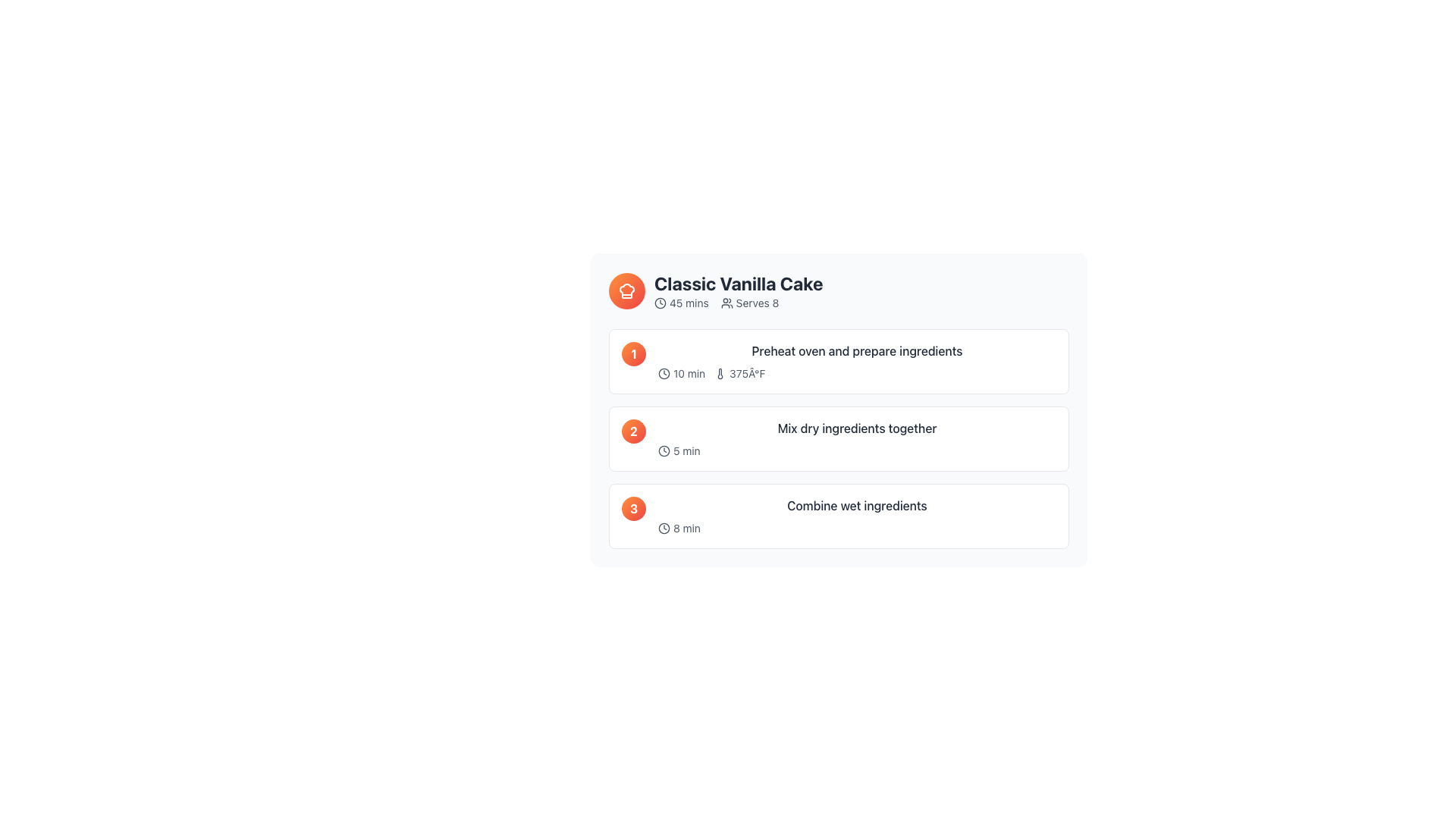 This screenshot has height=819, width=1456. What do you see at coordinates (679, 528) in the screenshot?
I see `displayed time duration from the icon with text label located in the third instruction card below 'Combine wet ingredients', positioned in the top-left region of this card, below the numeral '3'` at bounding box center [679, 528].